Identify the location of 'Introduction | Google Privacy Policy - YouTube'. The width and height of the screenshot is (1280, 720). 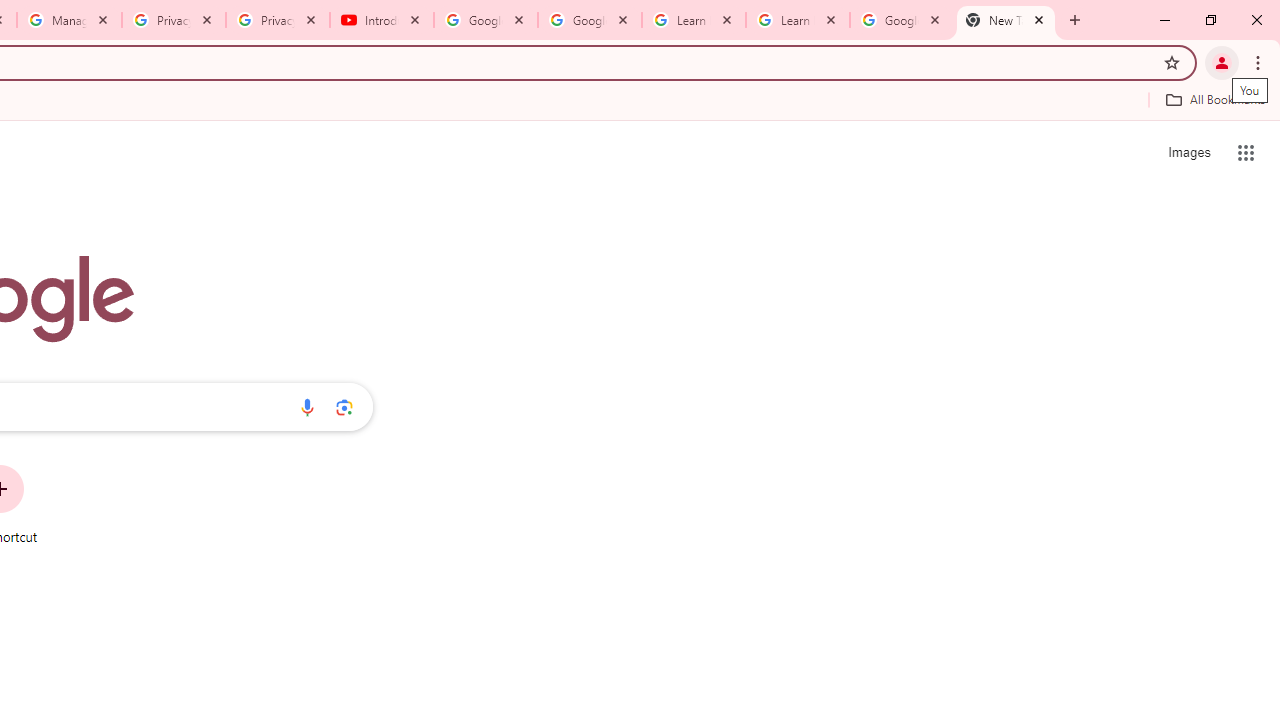
(382, 20).